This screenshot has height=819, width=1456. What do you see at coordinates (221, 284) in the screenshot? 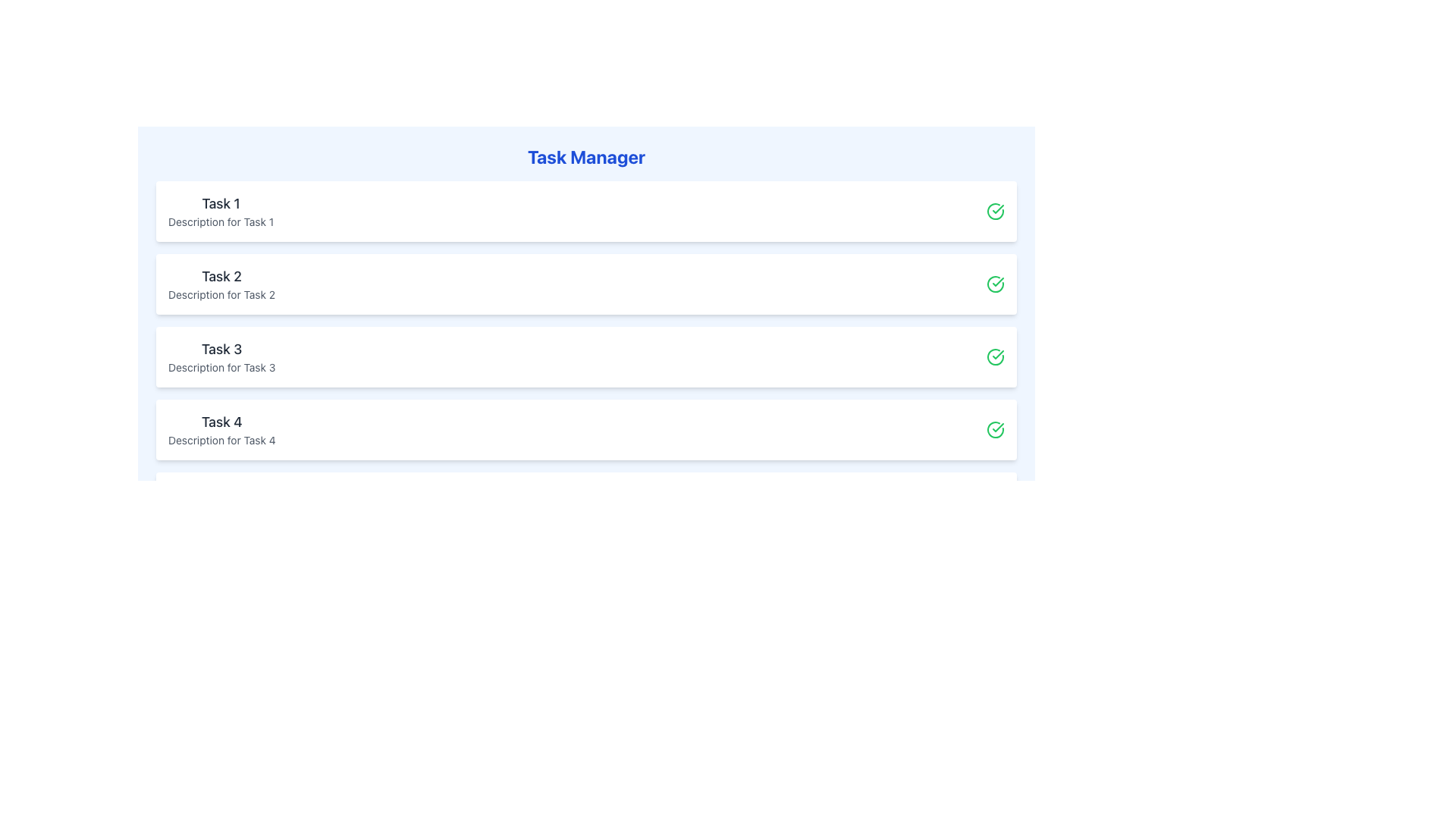
I see `the text block displaying 'Task 2' and its description, which is located within the second card in the vertical list of task cards` at bounding box center [221, 284].